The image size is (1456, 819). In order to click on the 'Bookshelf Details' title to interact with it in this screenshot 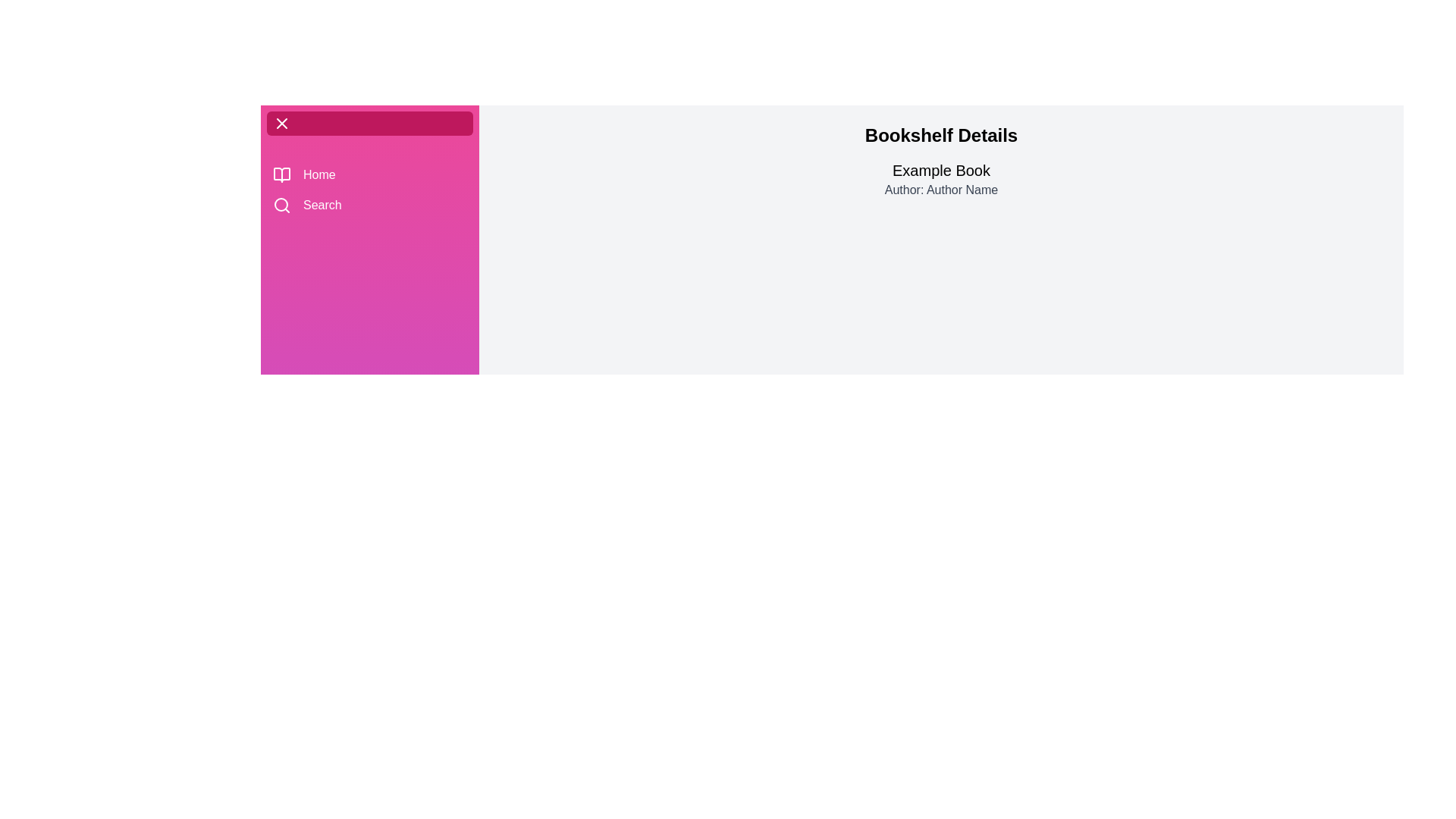, I will do `click(940, 134)`.